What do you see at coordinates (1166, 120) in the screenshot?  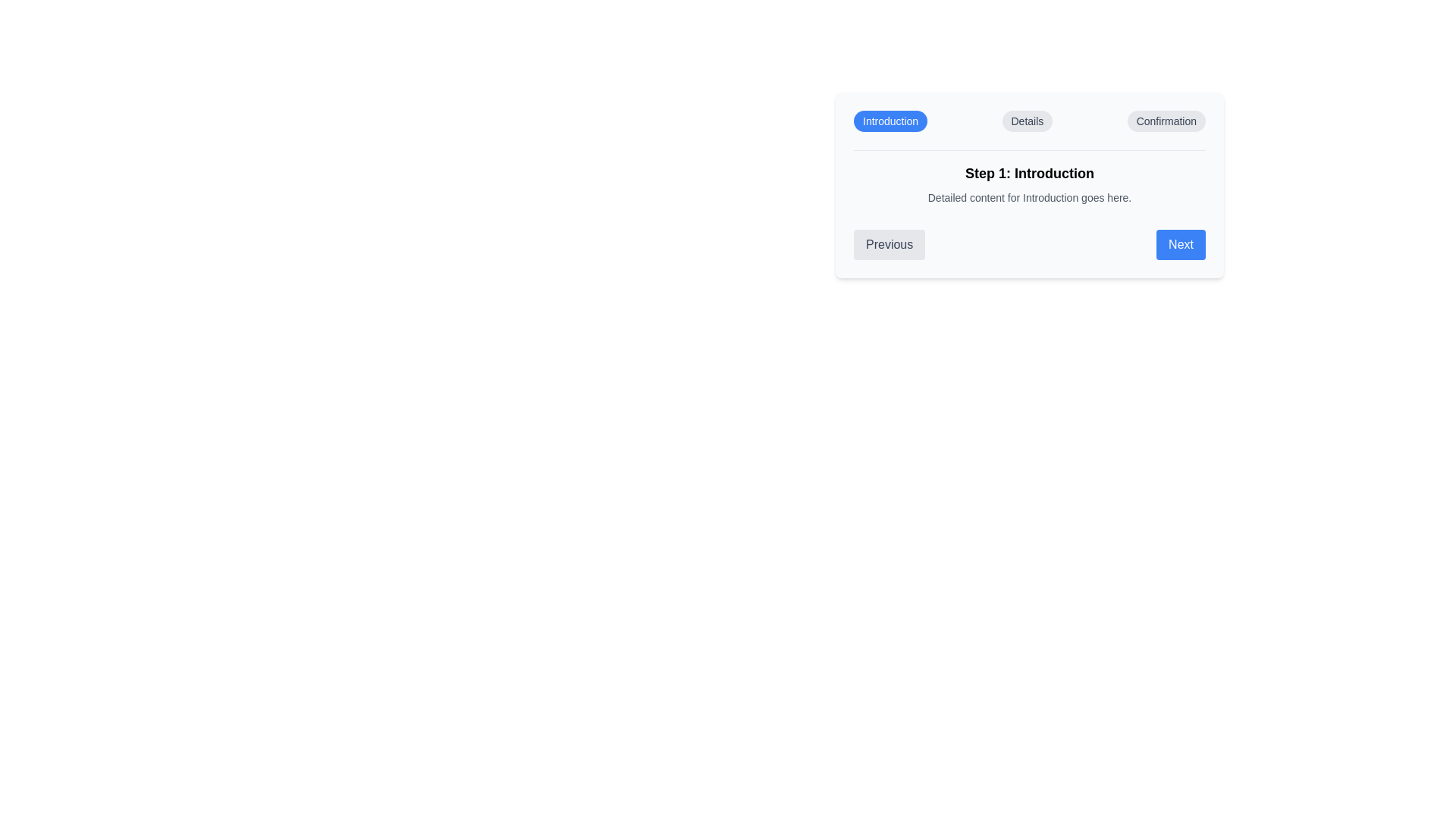 I see `the label of the step Confirmation to navigate to that step` at bounding box center [1166, 120].